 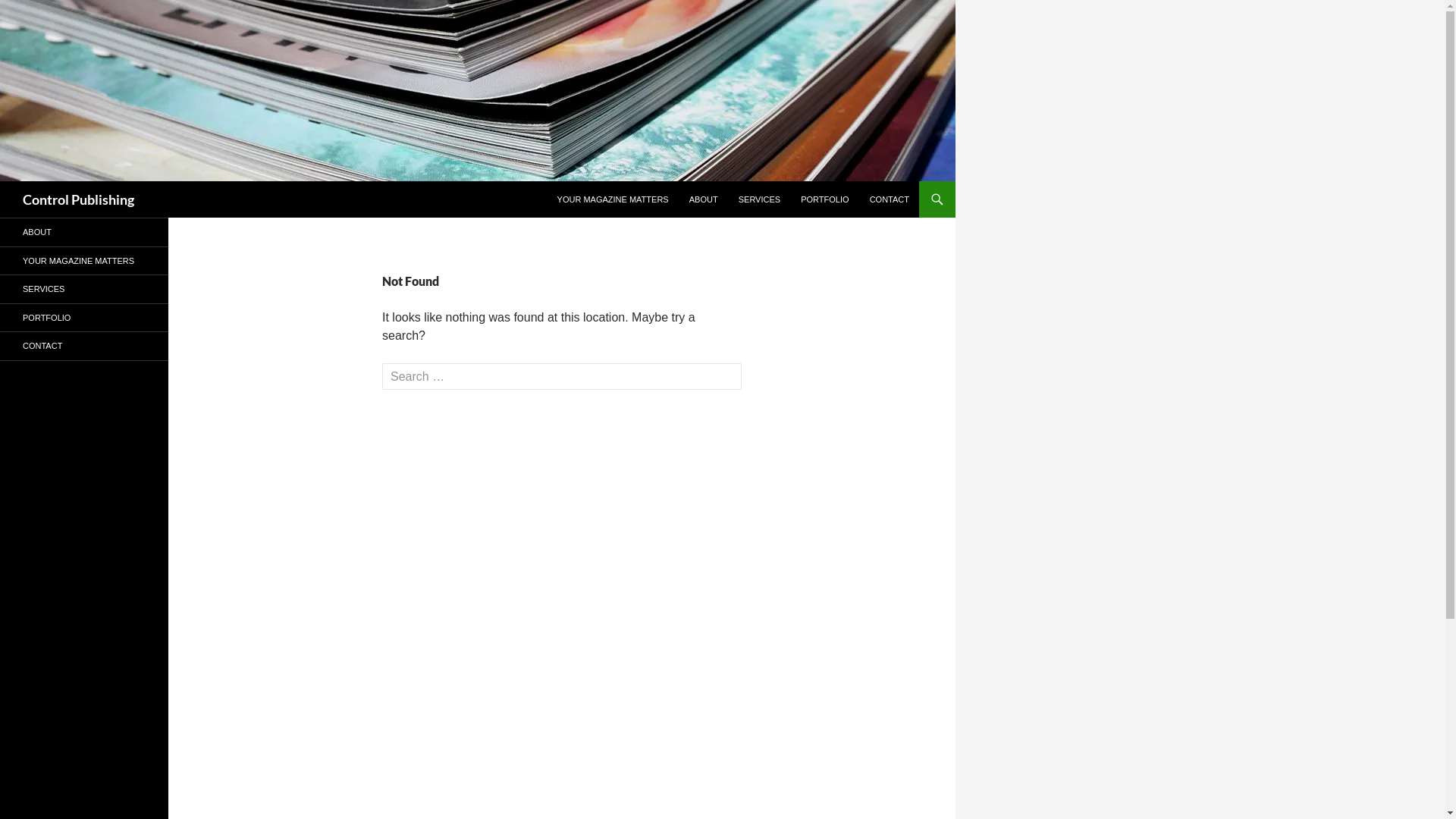 What do you see at coordinates (3, 180) in the screenshot?
I see `'Search'` at bounding box center [3, 180].